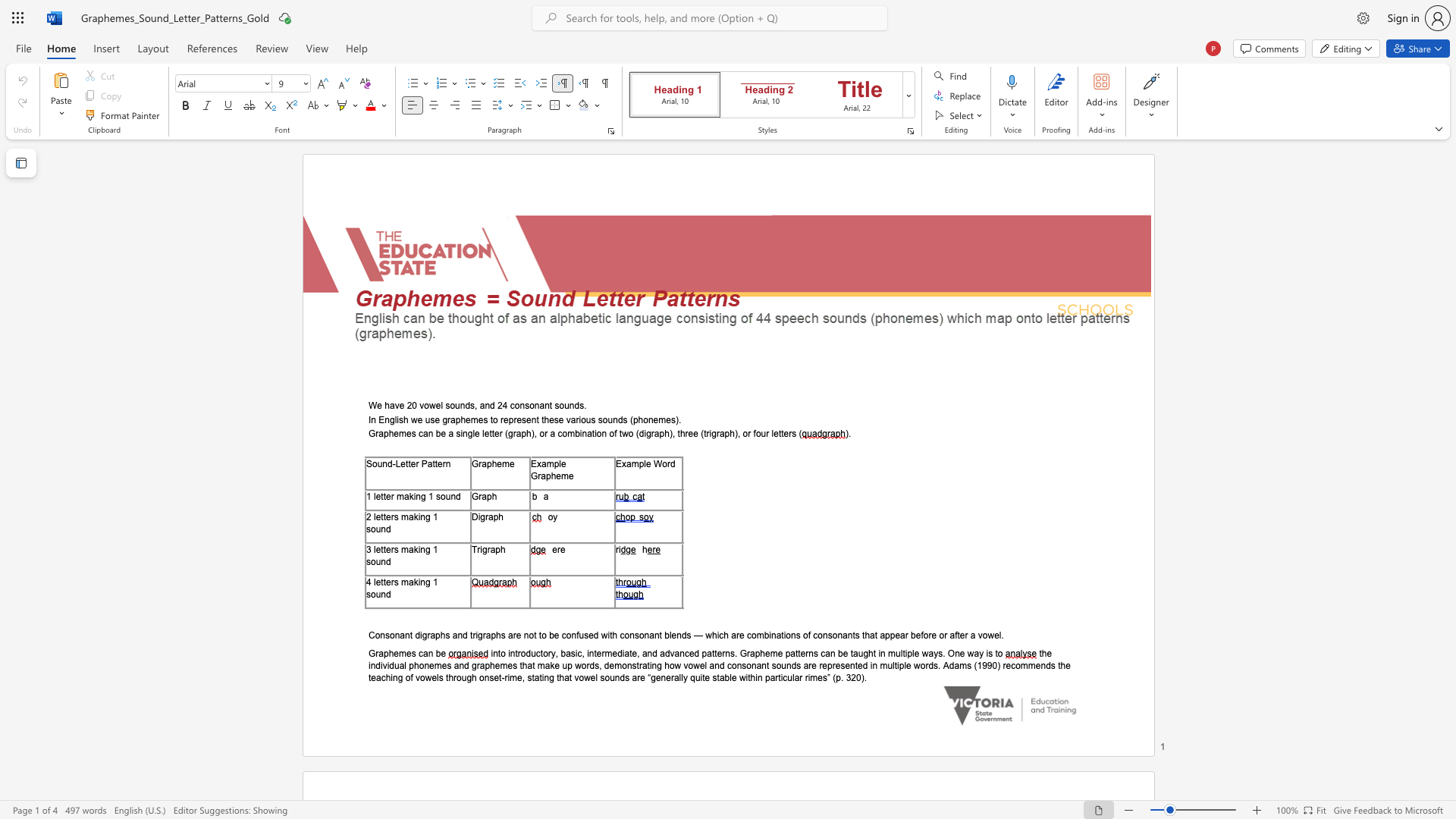 This screenshot has height=819, width=1456. Describe the element at coordinates (615, 463) in the screenshot. I see `the subset text "Ex" within the text "Example Word"` at that location.